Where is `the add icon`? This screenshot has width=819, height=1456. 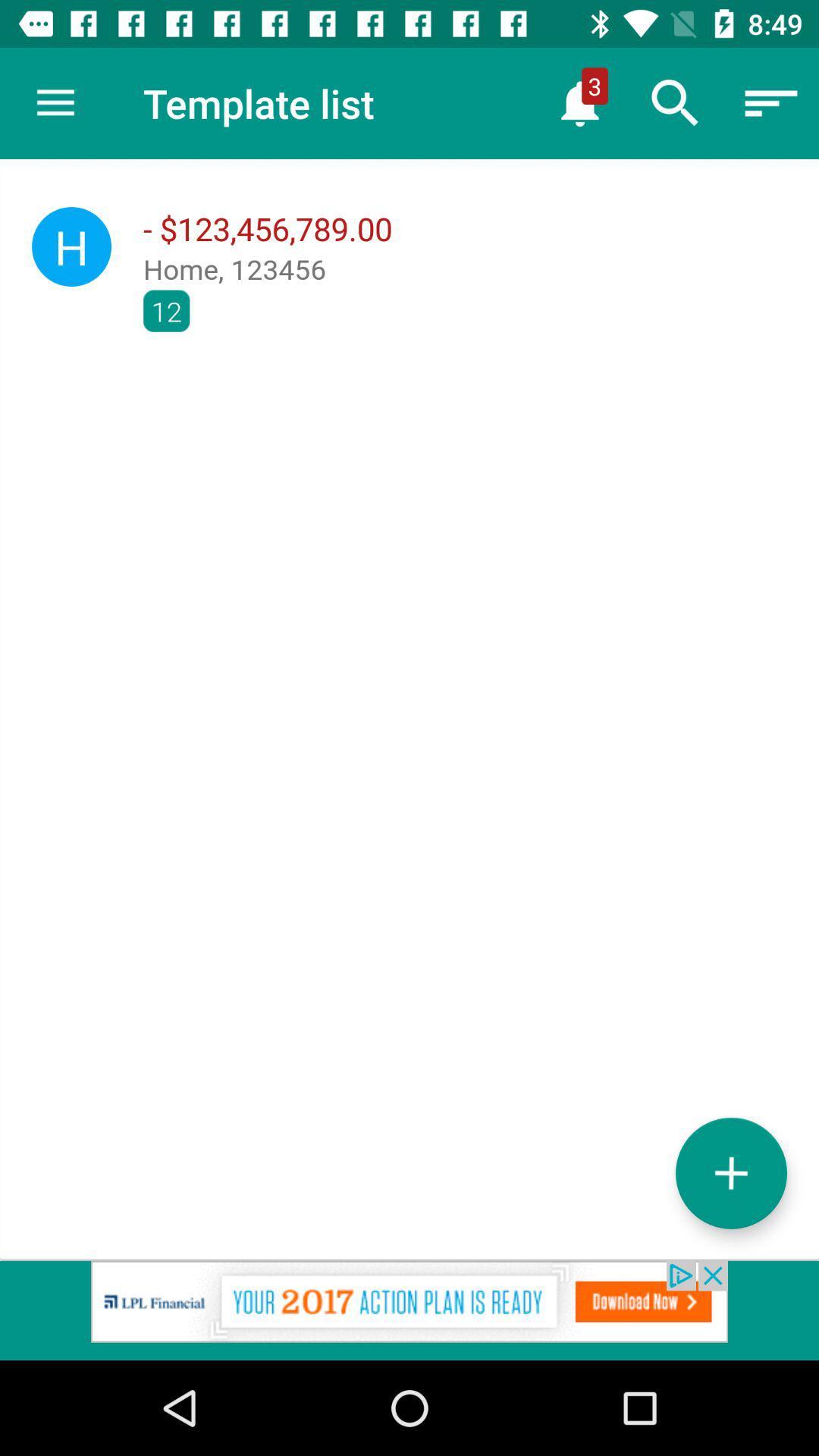
the add icon is located at coordinates (730, 1172).